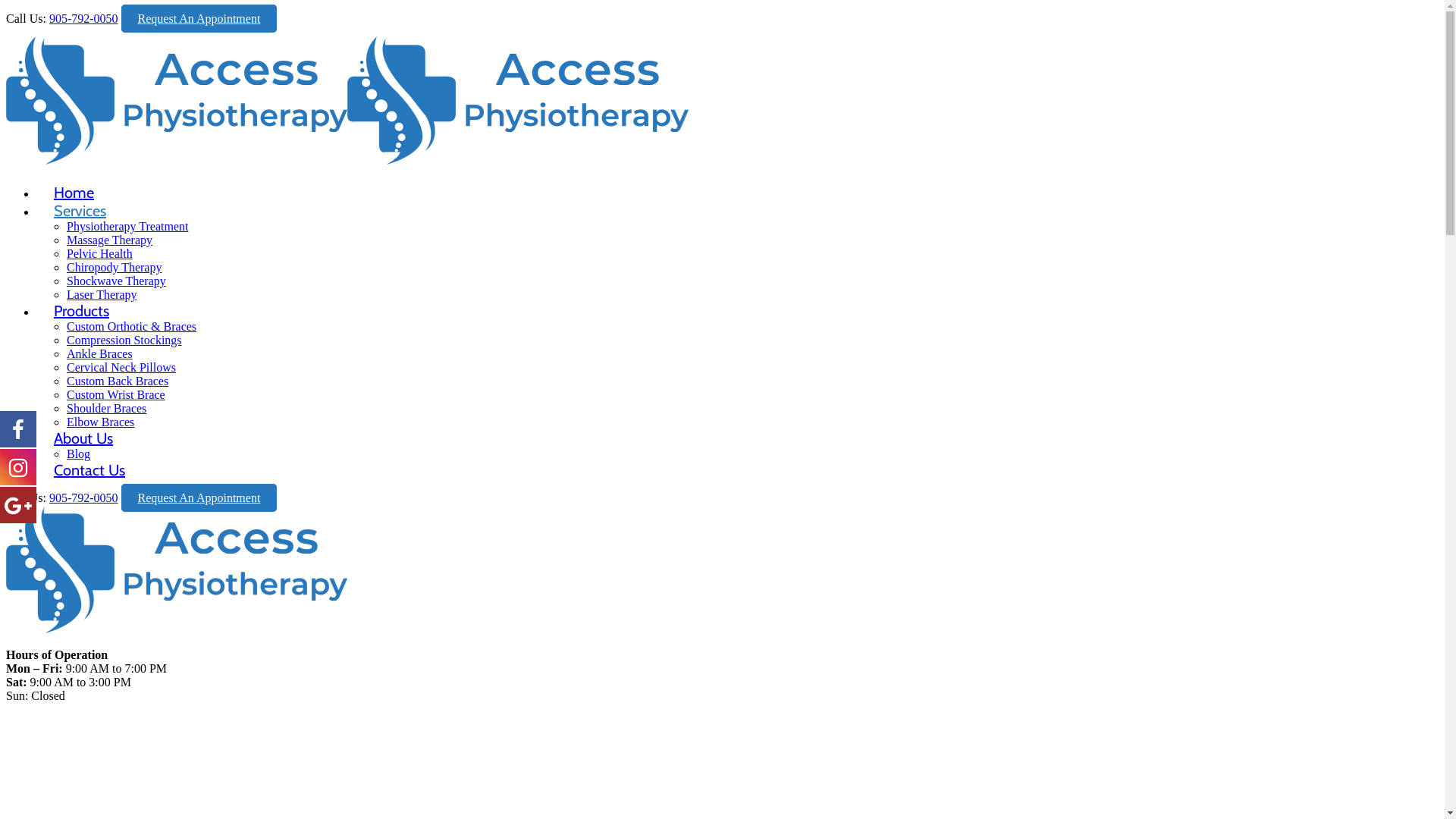 The width and height of the screenshot is (1456, 819). I want to click on 'Shoulder Braces', so click(105, 407).